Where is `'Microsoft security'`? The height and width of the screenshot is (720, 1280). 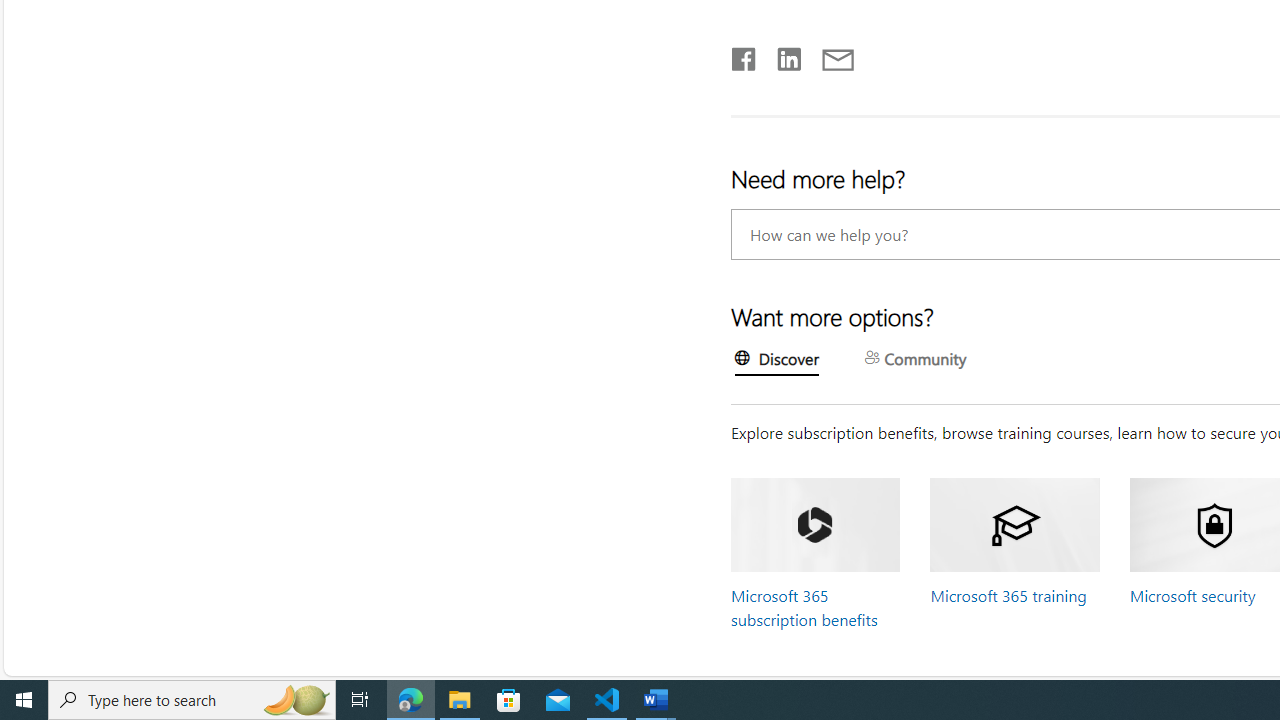
'Microsoft security' is located at coordinates (1192, 594).